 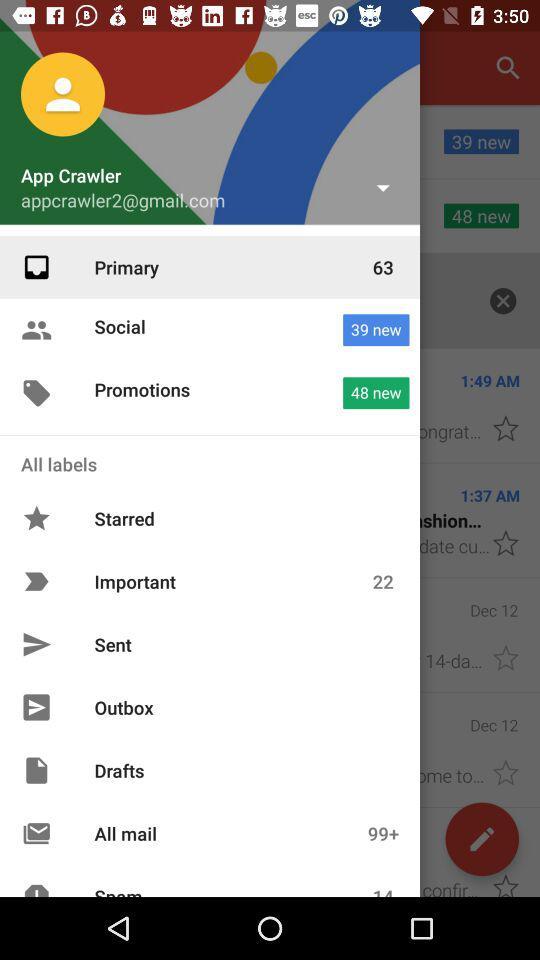 What do you see at coordinates (502, 301) in the screenshot?
I see `the cross symbol` at bounding box center [502, 301].